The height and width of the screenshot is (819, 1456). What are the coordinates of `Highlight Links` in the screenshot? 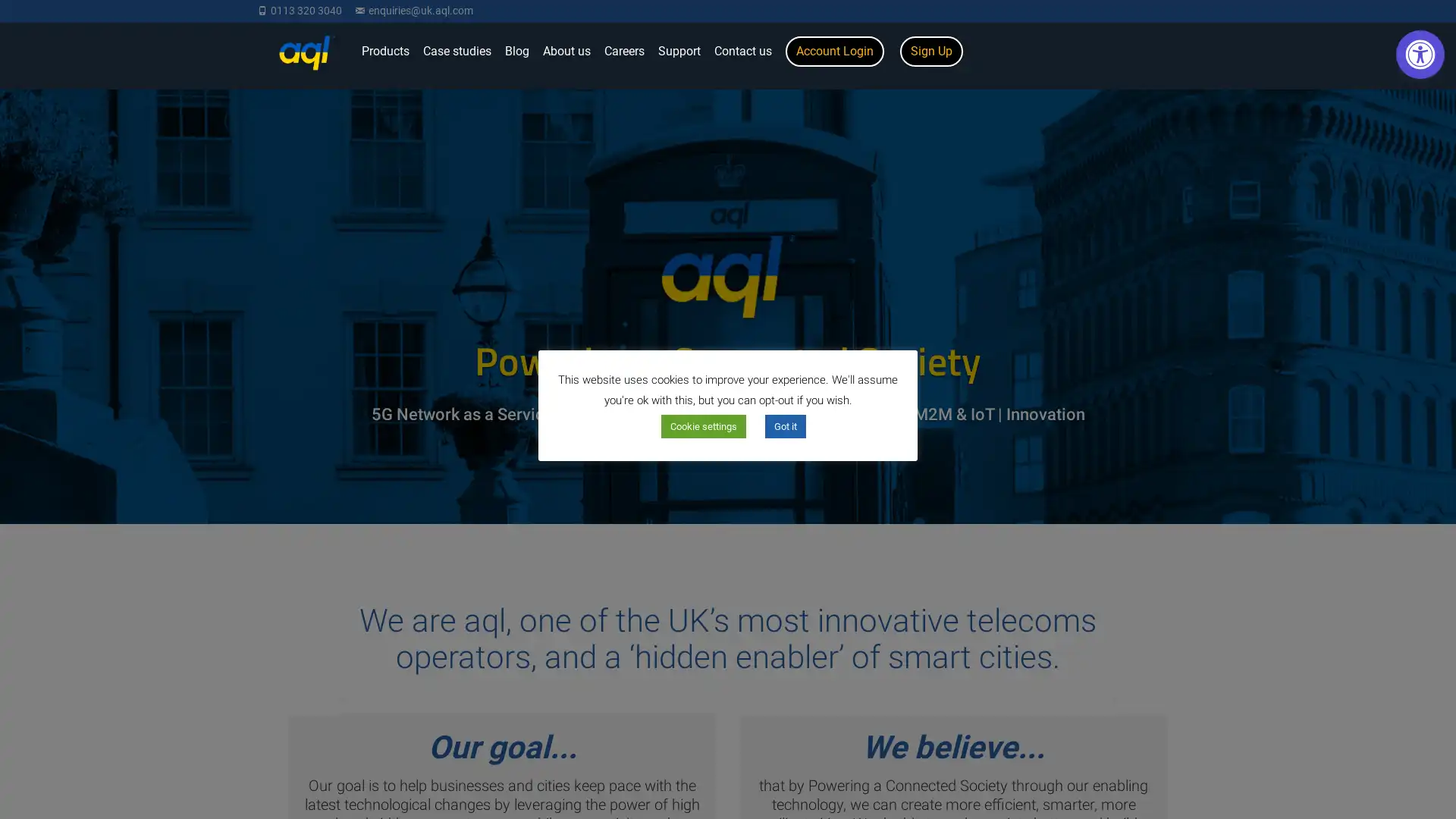 It's located at (1323, 353).